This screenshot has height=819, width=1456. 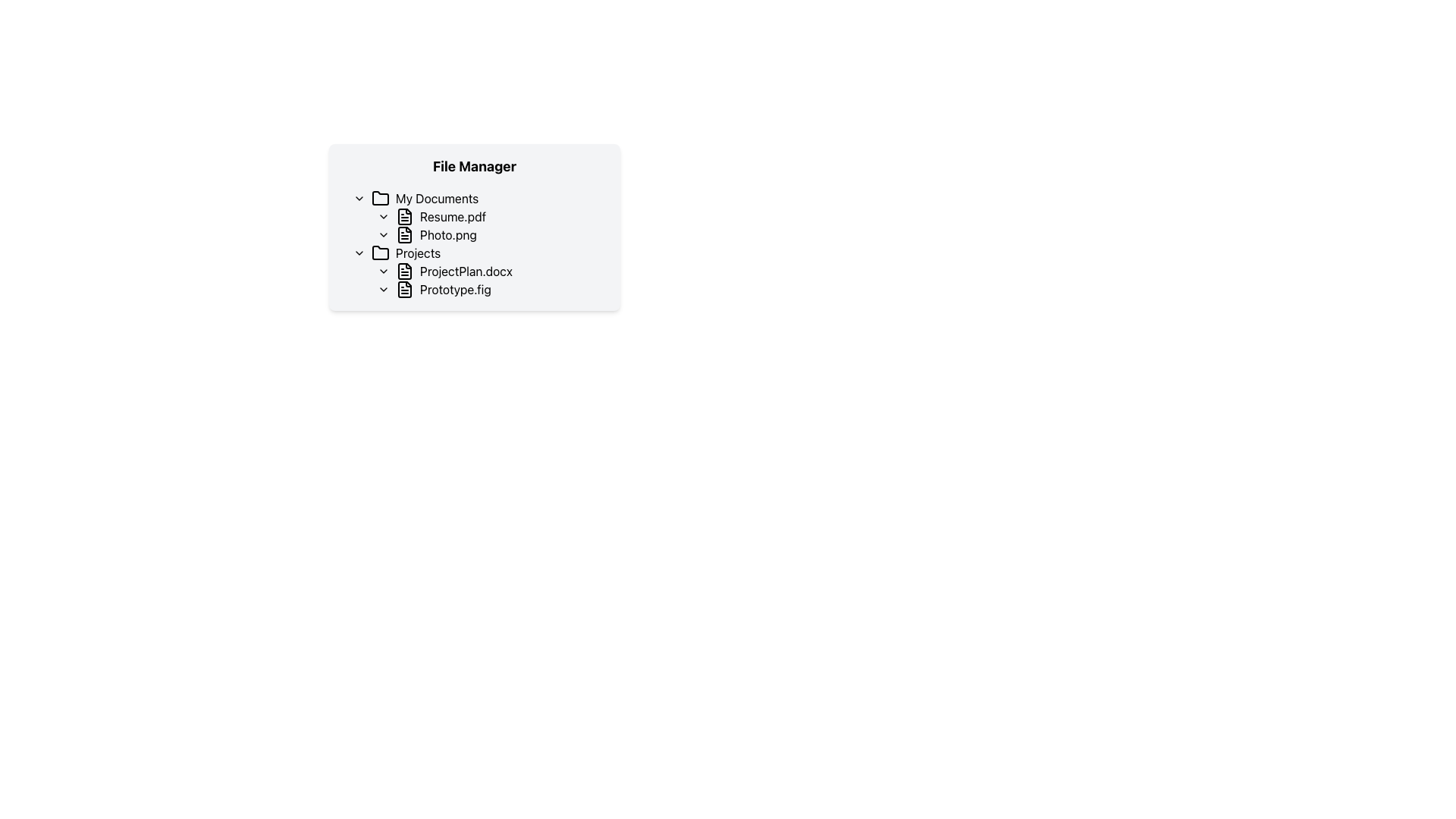 What do you see at coordinates (404, 234) in the screenshot?
I see `the 'Photo.png' icon located next` at bounding box center [404, 234].